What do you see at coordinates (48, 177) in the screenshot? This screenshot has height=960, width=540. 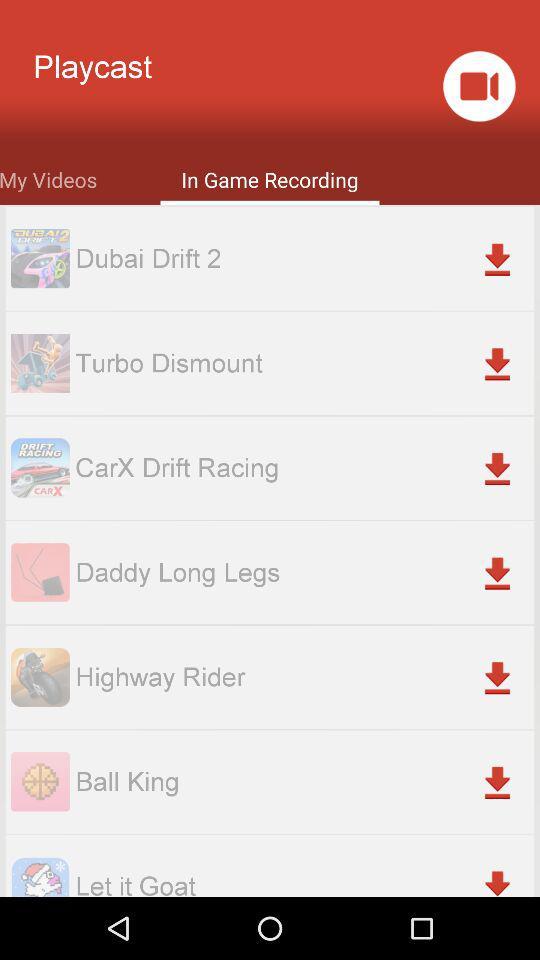 I see `the my videos` at bounding box center [48, 177].